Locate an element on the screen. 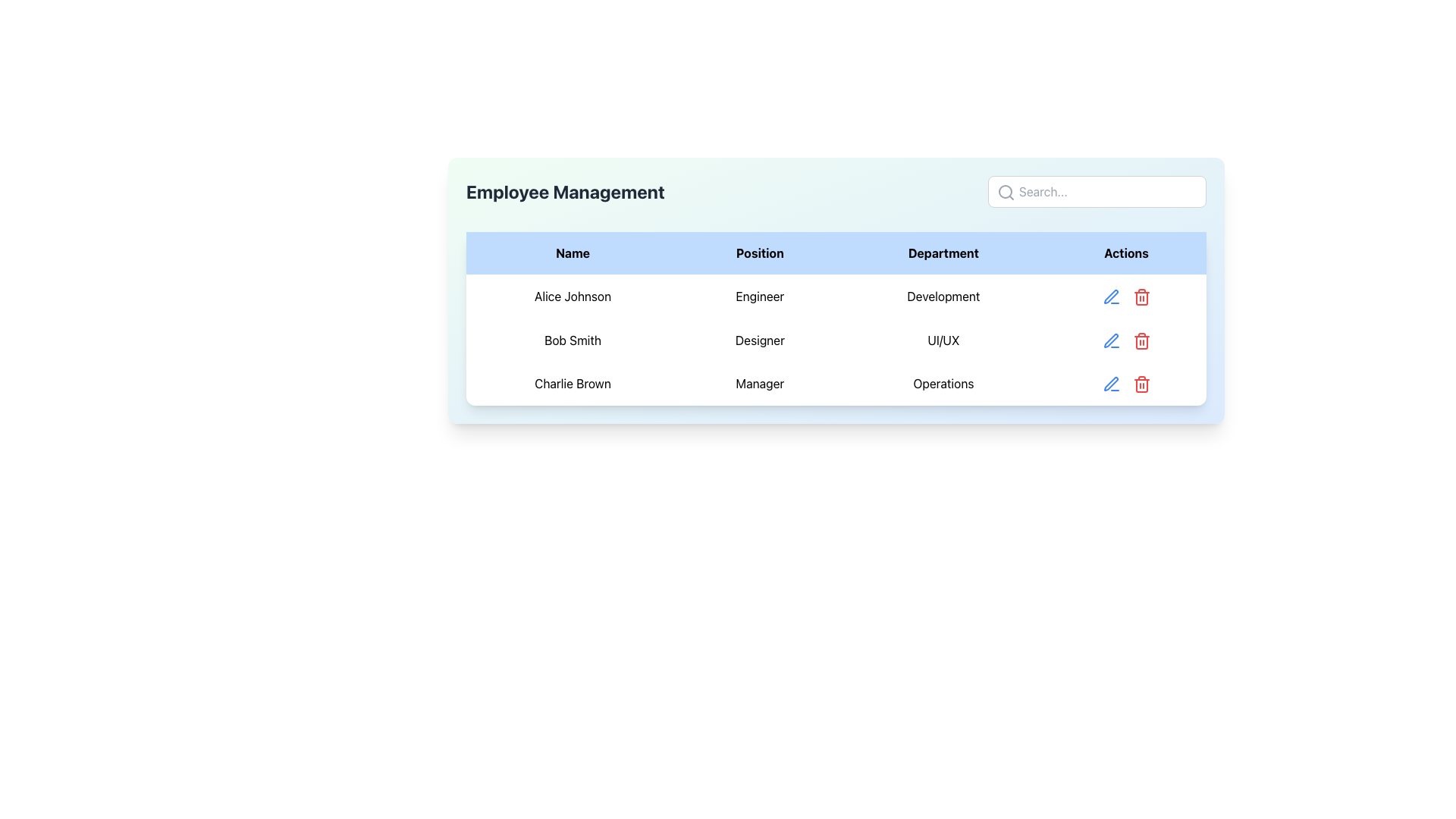 Image resolution: width=1456 pixels, height=819 pixels. the text 'Manager' located in the second column of the third row of the table, under the 'Position' column, aligned with 'Charlie Brown' is located at coordinates (760, 383).